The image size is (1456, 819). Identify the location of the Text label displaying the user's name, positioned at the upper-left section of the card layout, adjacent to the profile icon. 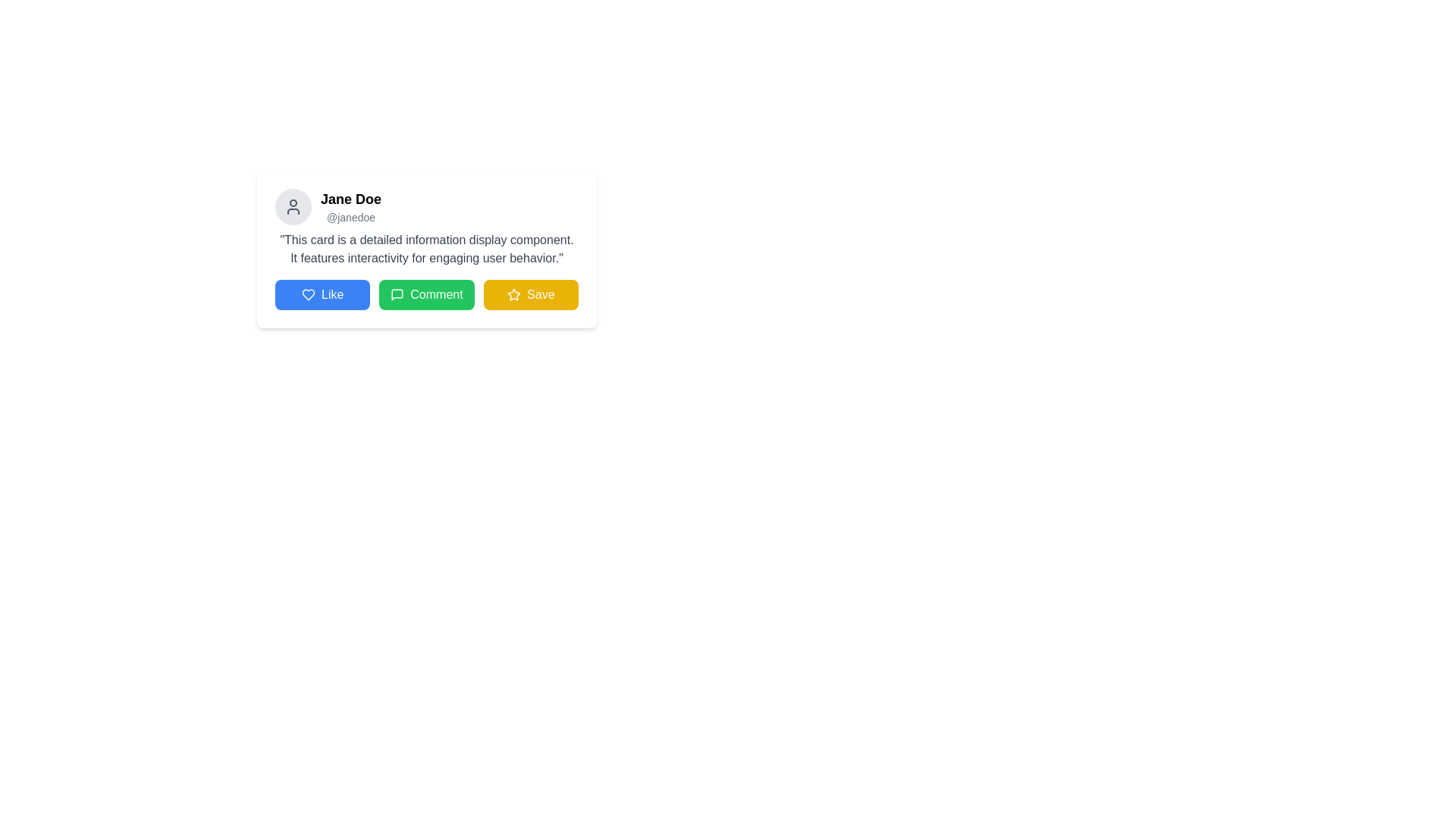
(350, 198).